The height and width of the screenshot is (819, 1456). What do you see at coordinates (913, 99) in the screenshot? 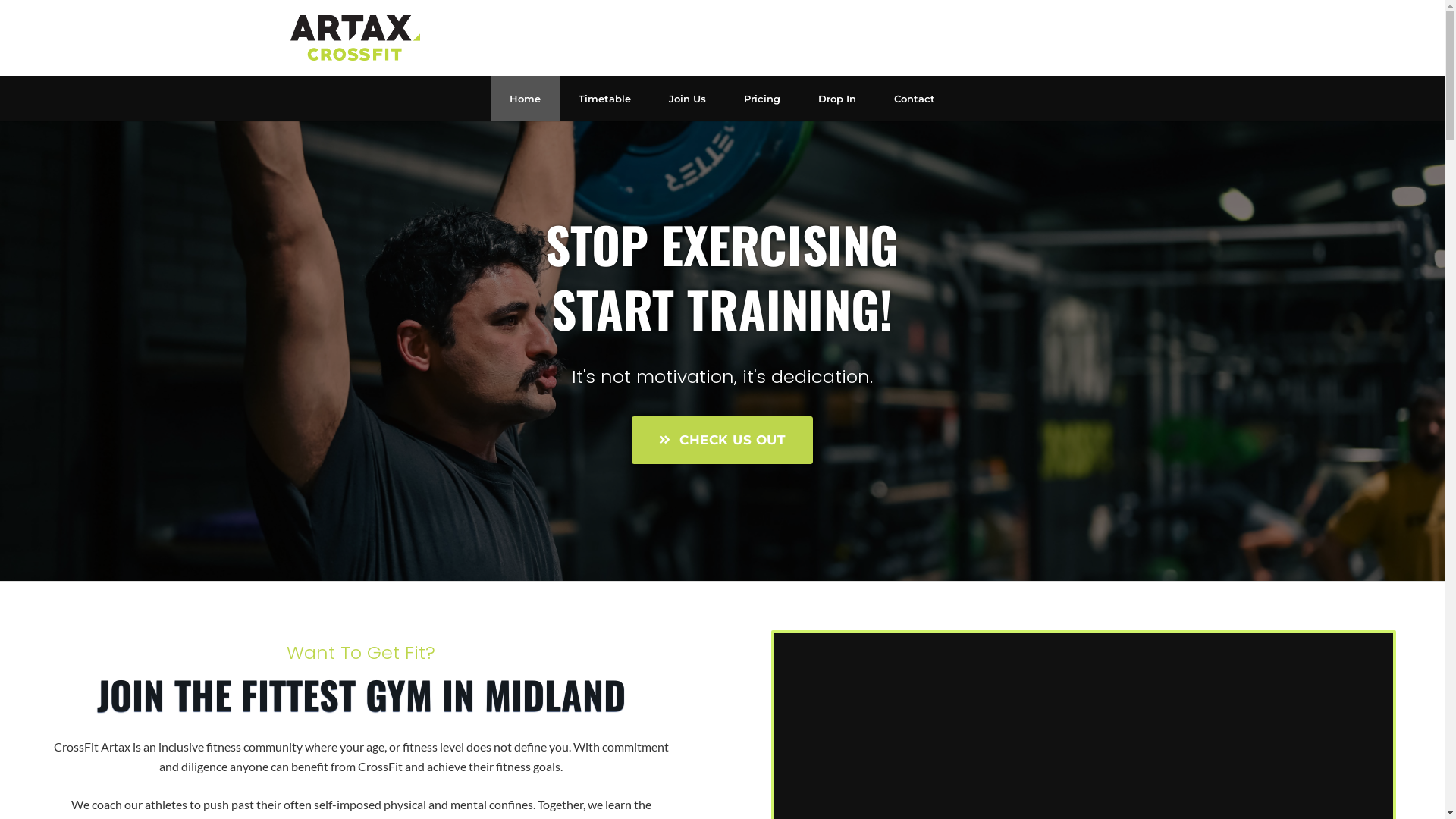
I see `'Contact'` at bounding box center [913, 99].